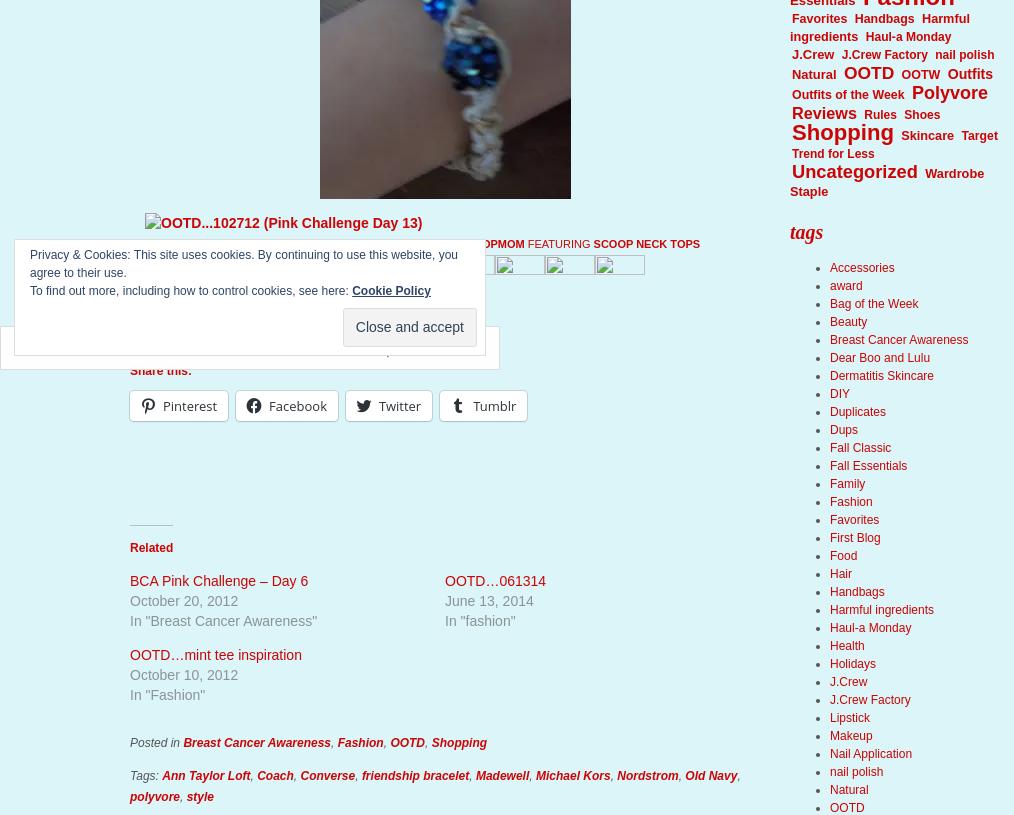  What do you see at coordinates (302, 244) in the screenshot?
I see `'OOTD…102712 (Pink Challenge Day 13)'` at bounding box center [302, 244].